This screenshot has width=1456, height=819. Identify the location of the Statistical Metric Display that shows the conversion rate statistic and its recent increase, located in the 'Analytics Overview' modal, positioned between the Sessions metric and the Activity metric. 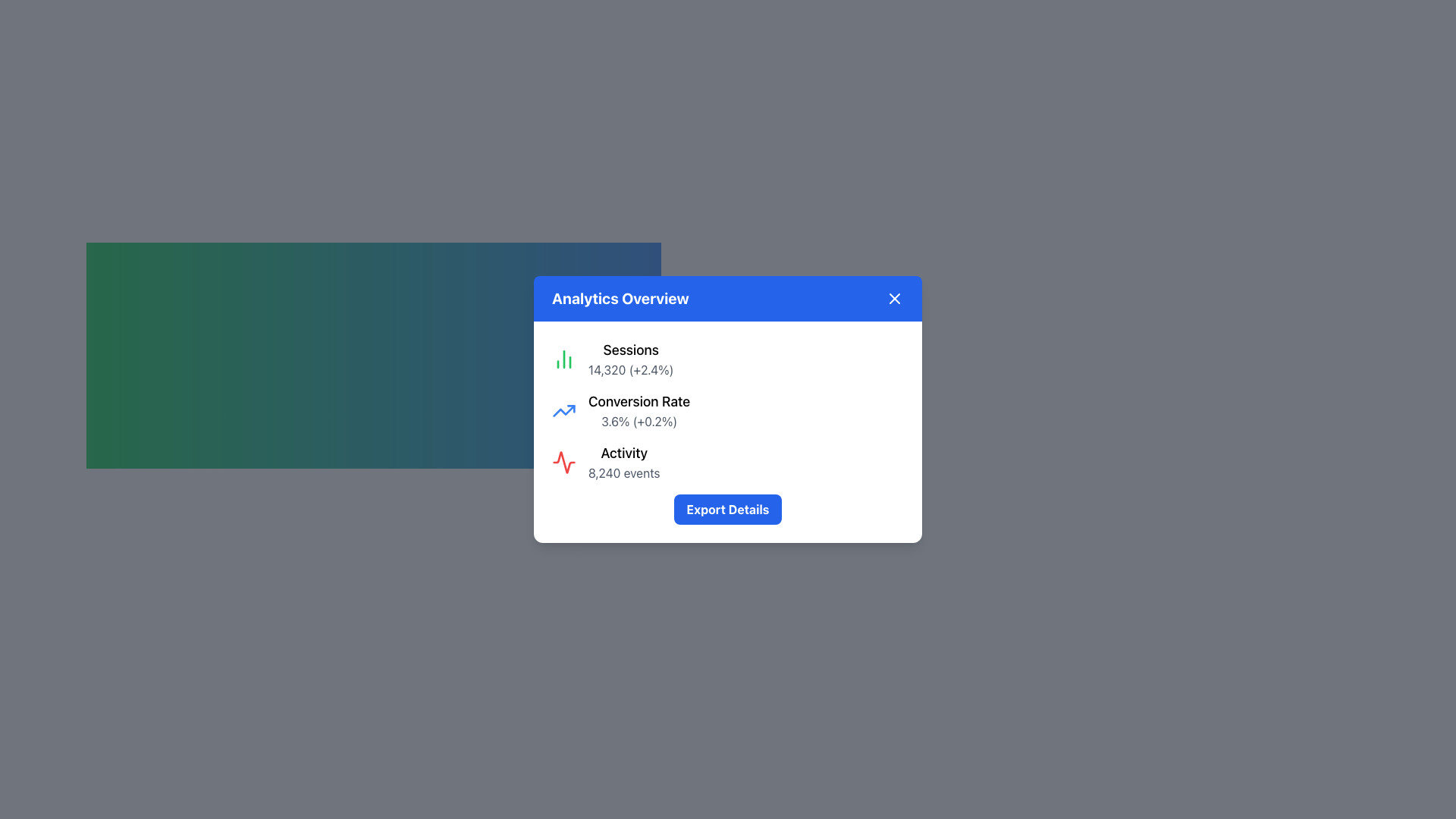
(728, 411).